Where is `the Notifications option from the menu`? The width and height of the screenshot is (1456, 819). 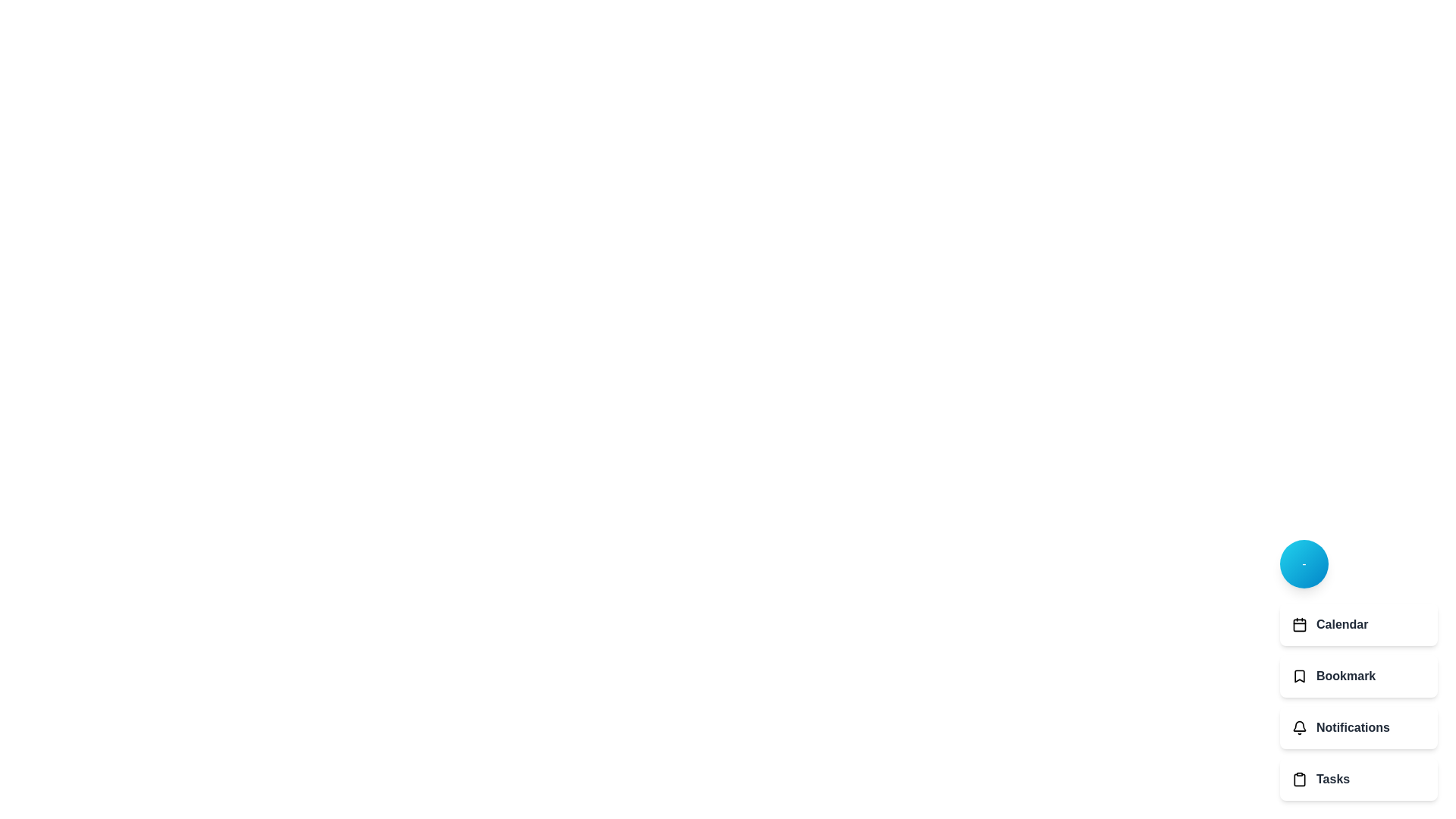 the Notifications option from the menu is located at coordinates (1358, 727).